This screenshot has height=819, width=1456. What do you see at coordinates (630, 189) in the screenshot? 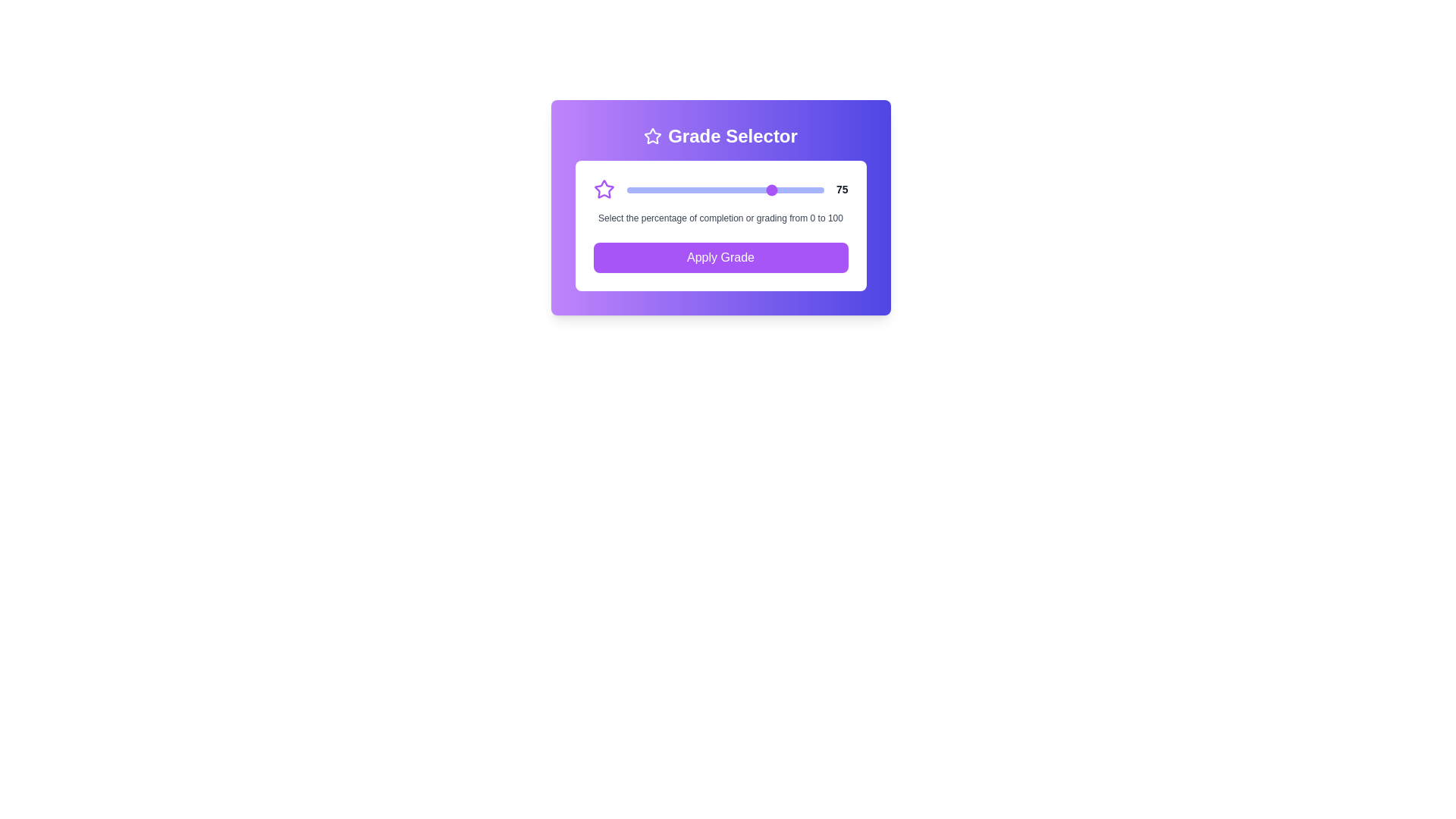
I see `the grade percentage` at bounding box center [630, 189].